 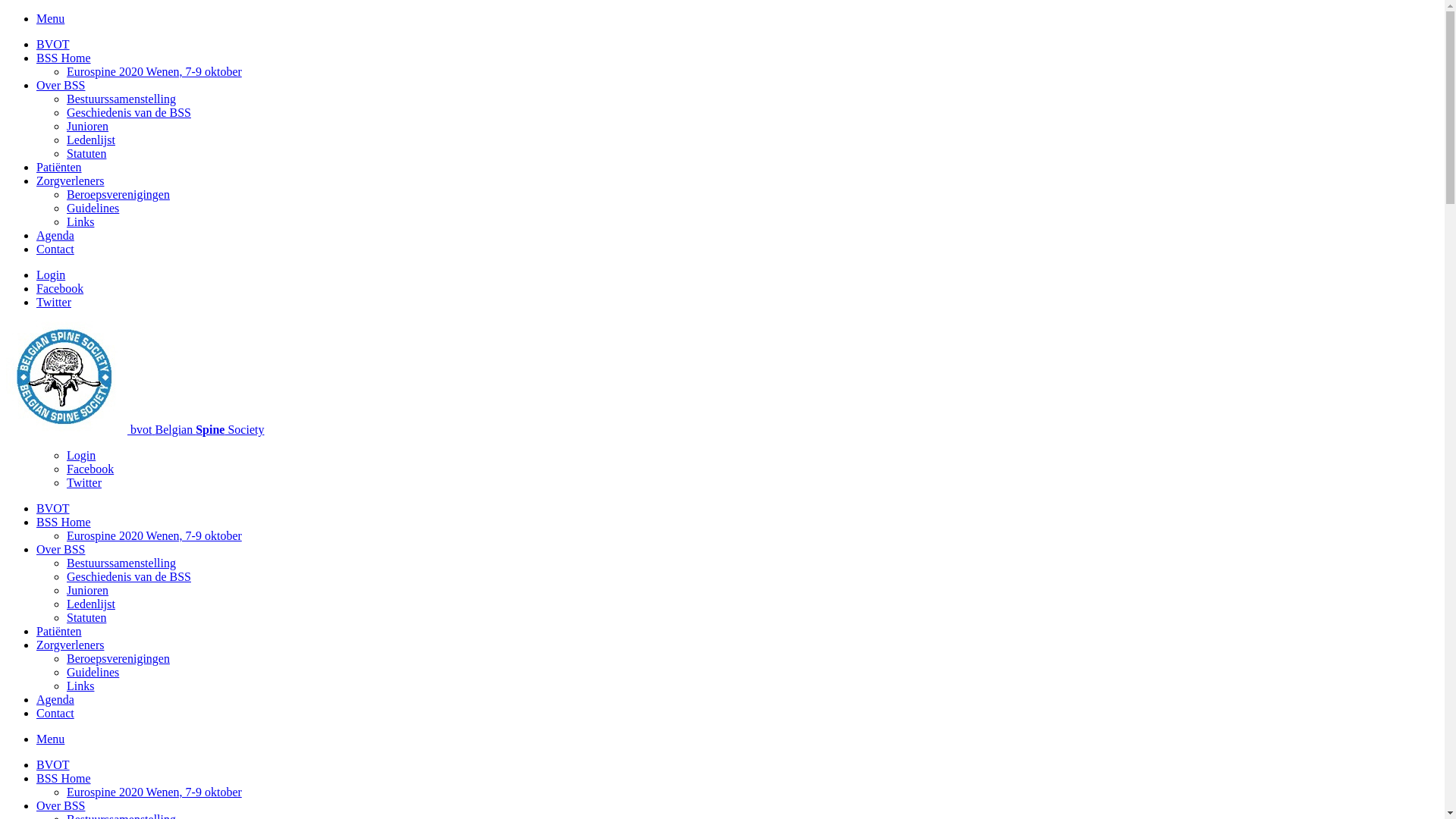 What do you see at coordinates (86, 125) in the screenshot?
I see `'Junioren'` at bounding box center [86, 125].